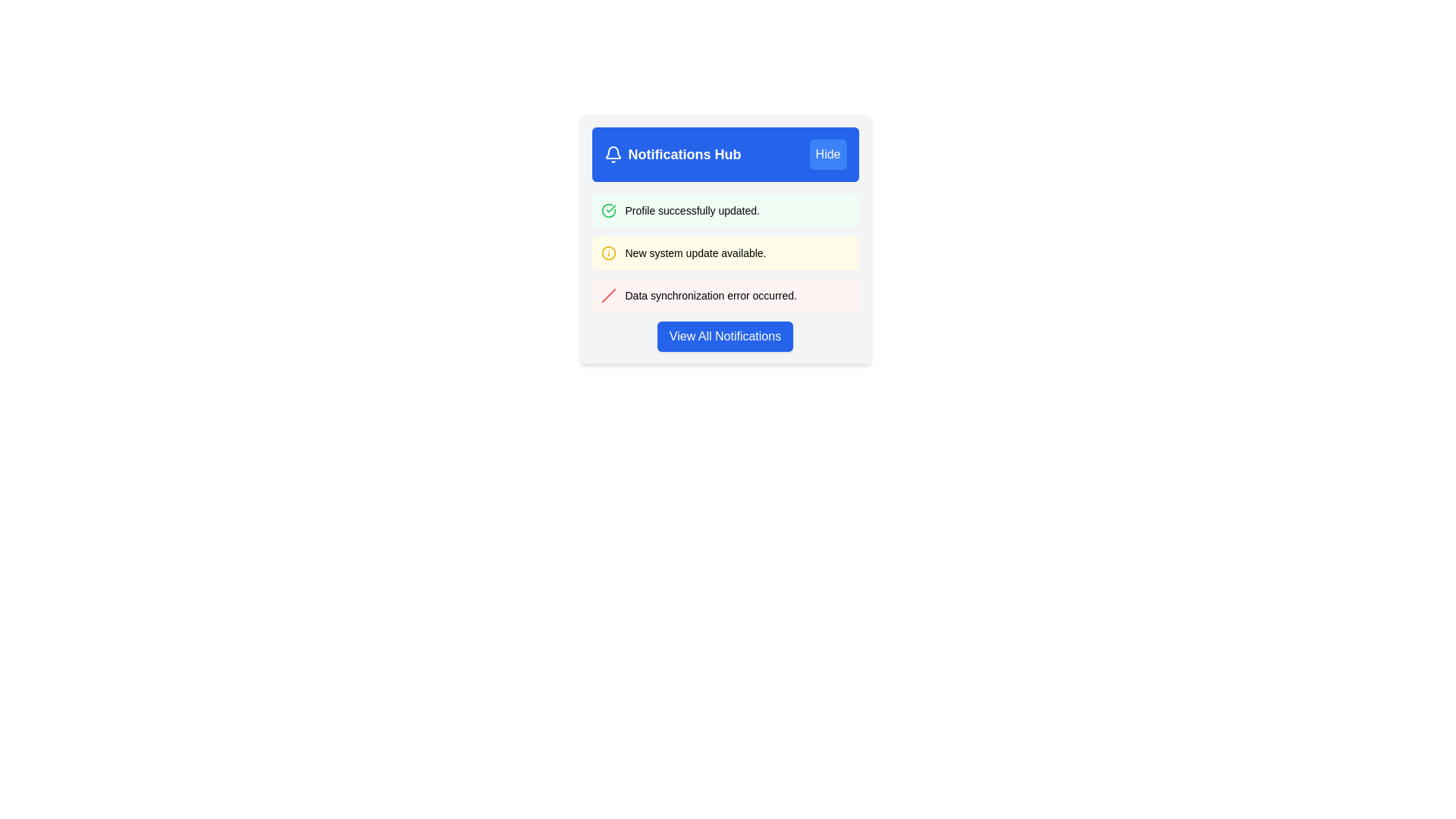 The image size is (1456, 819). I want to click on the static text element that reads 'New system update available.' which is part of the notification list in the Notifications Hub, so click(695, 253).